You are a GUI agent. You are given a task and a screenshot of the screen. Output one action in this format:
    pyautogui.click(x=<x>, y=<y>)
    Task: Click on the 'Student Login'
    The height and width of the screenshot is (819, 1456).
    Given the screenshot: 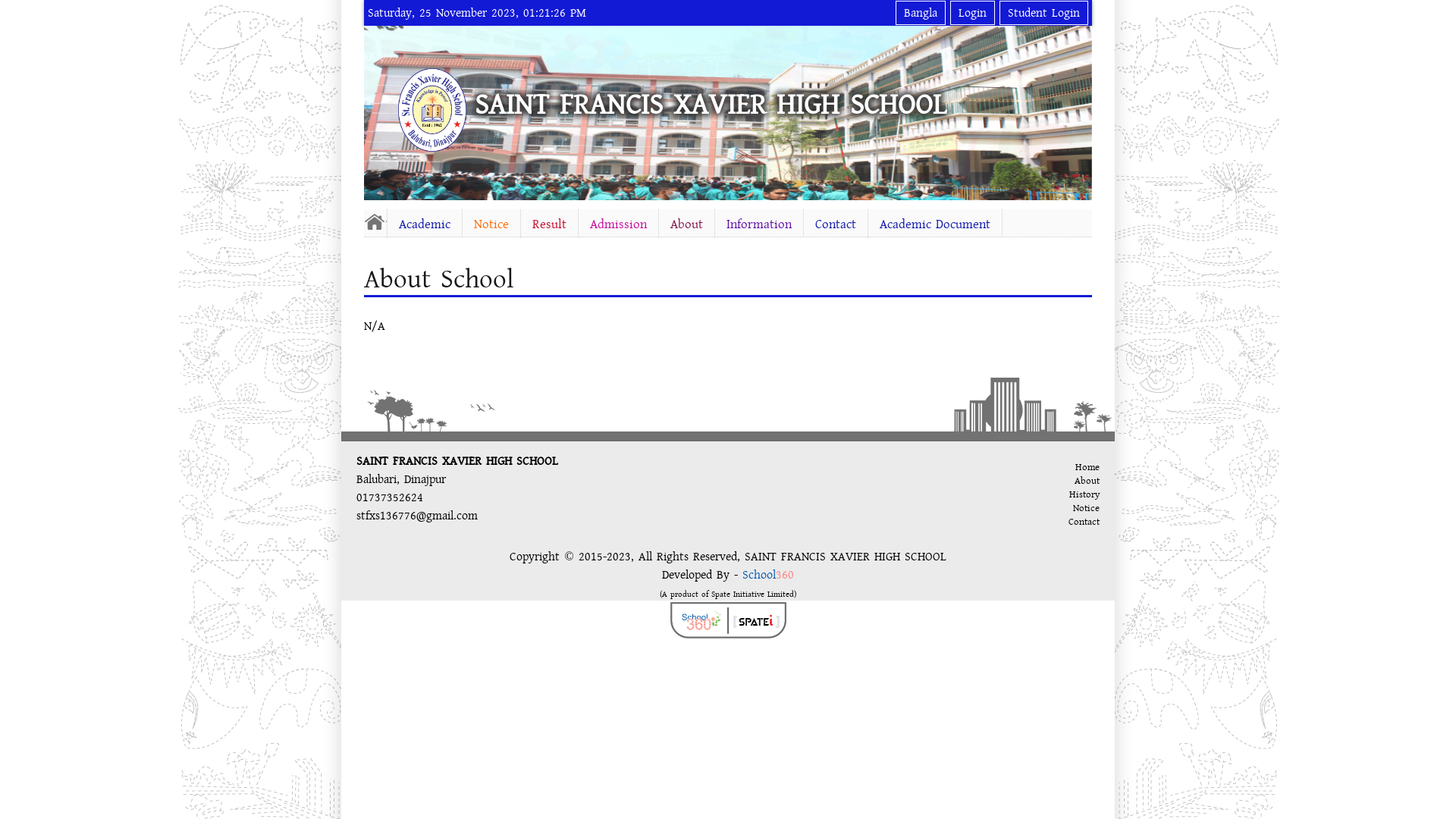 What is the action you would take?
    pyautogui.click(x=1043, y=12)
    